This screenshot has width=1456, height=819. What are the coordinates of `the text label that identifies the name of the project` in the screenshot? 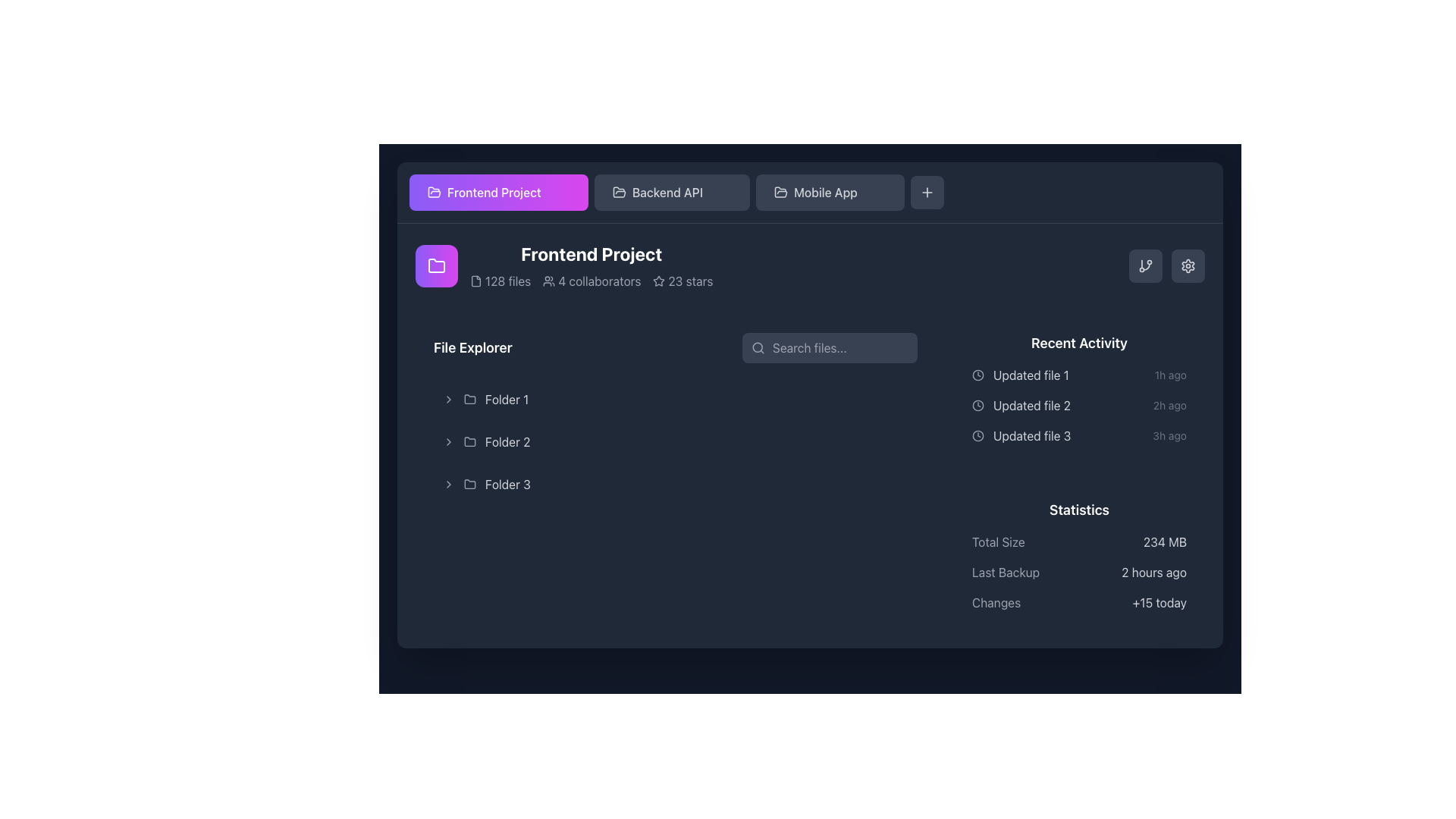 It's located at (494, 192).